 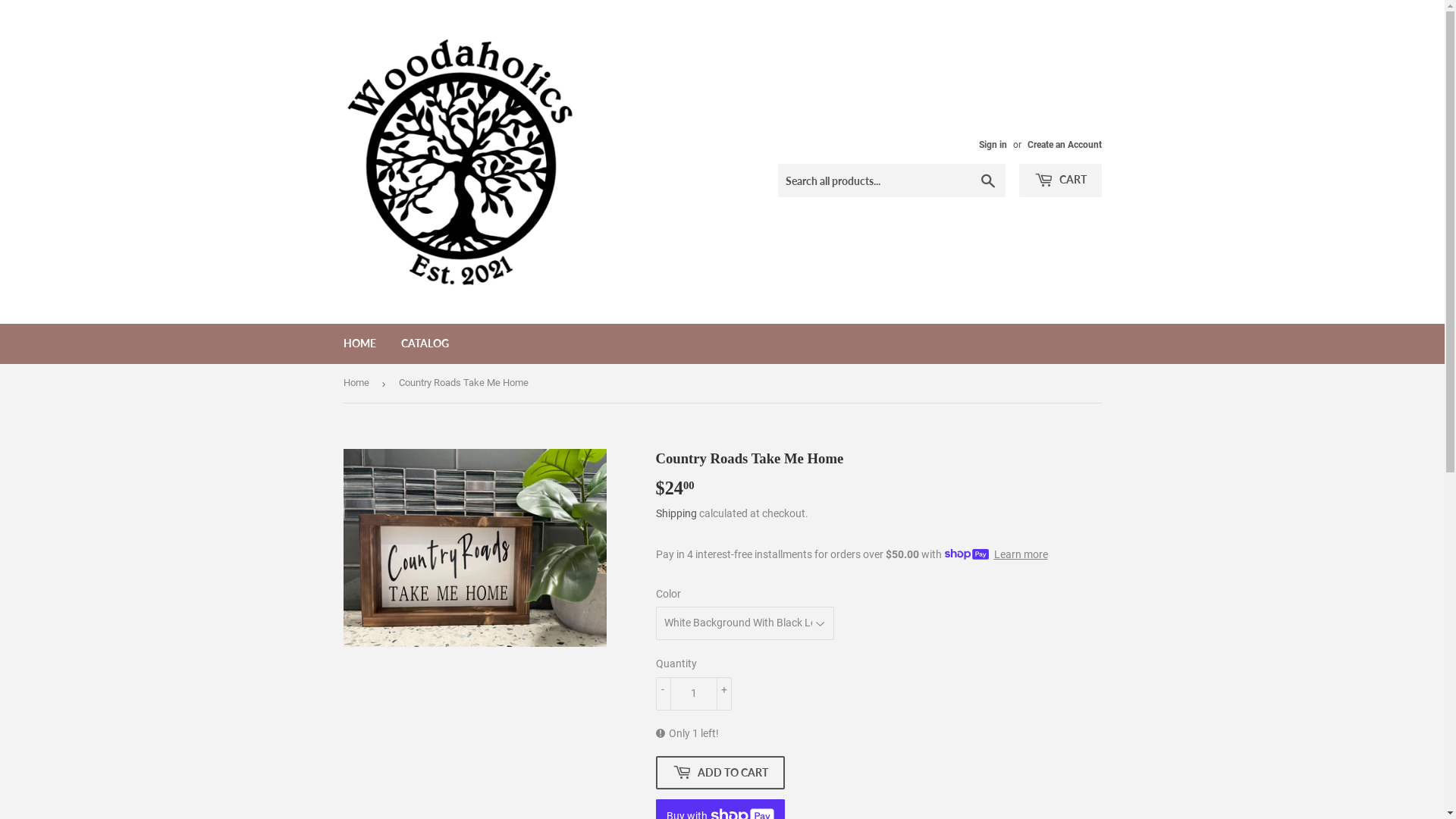 I want to click on 'ADD TO CART', so click(x=719, y=772).